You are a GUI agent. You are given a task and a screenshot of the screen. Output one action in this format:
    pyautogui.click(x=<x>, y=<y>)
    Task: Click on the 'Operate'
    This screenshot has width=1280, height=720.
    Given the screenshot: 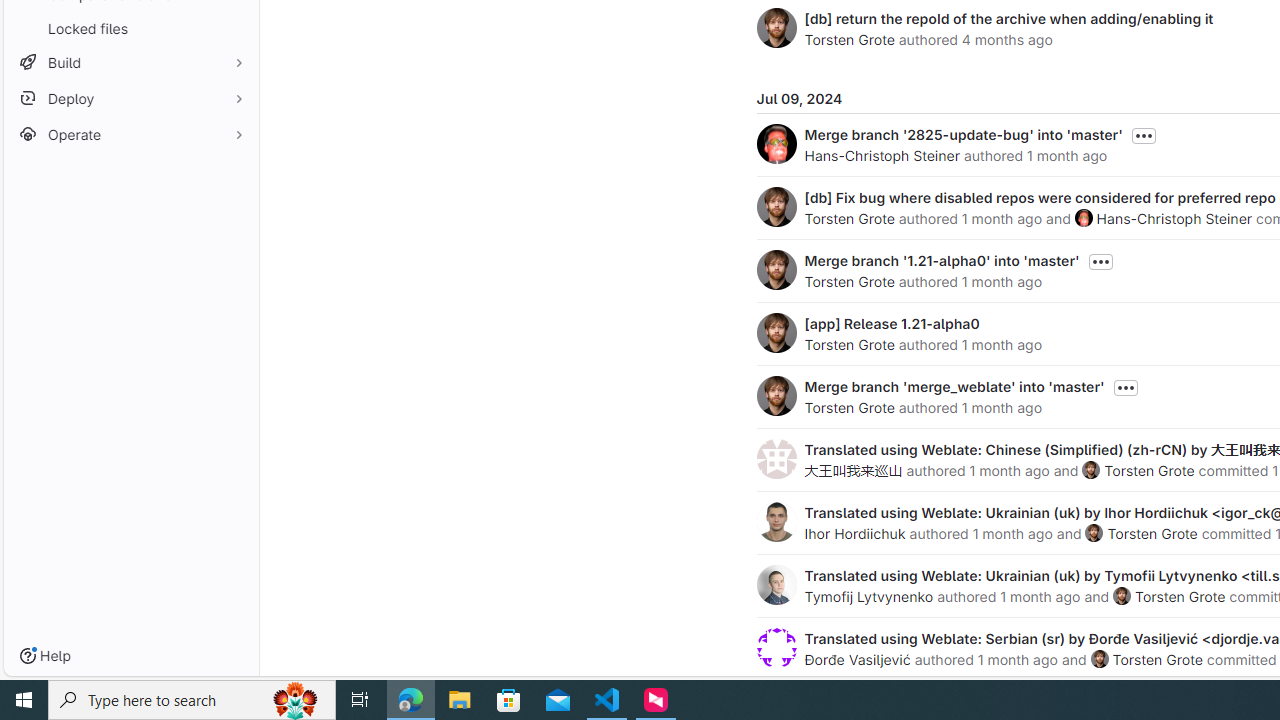 What is the action you would take?
    pyautogui.click(x=130, y=134)
    